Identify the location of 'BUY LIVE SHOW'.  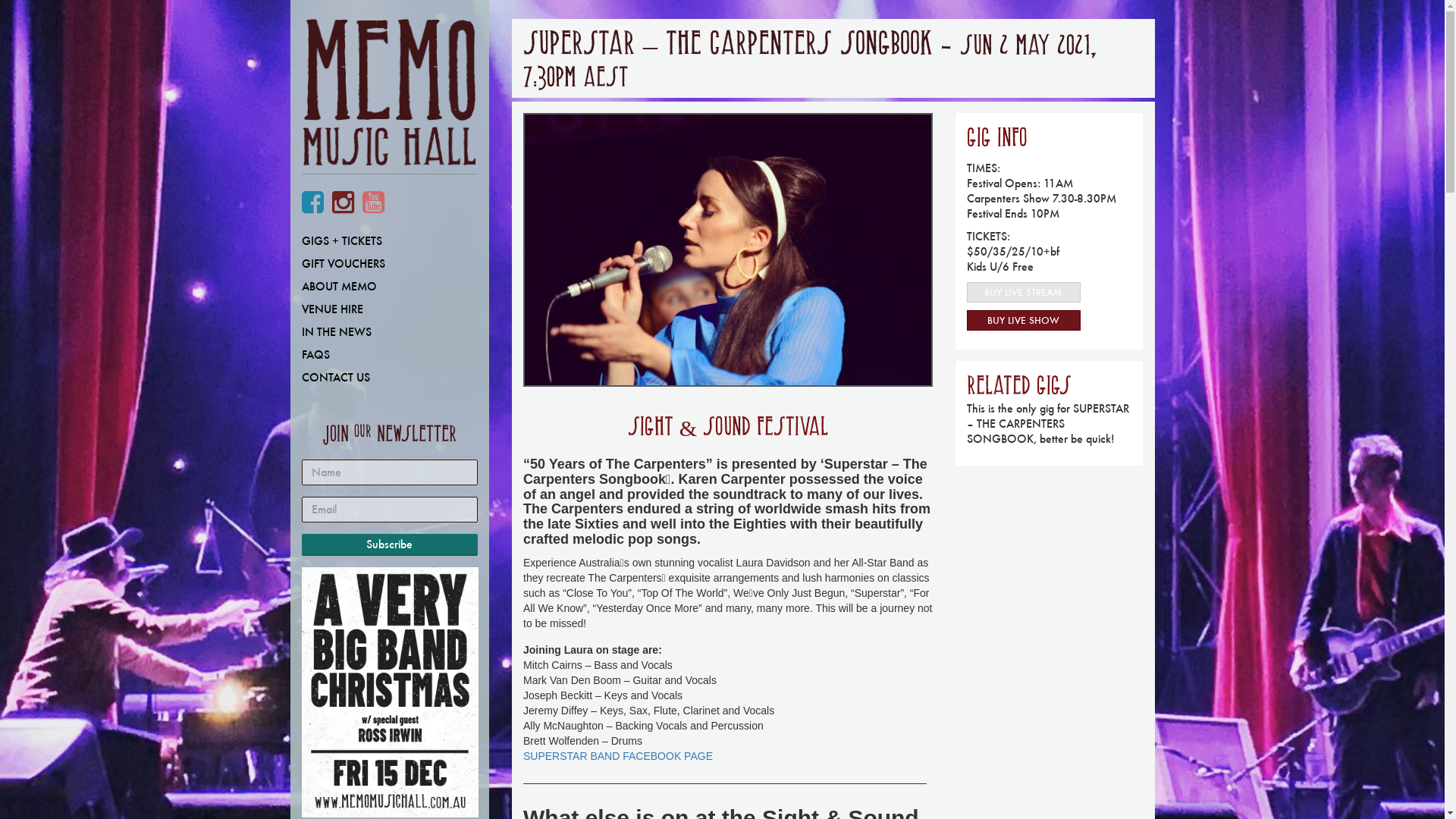
(1023, 319).